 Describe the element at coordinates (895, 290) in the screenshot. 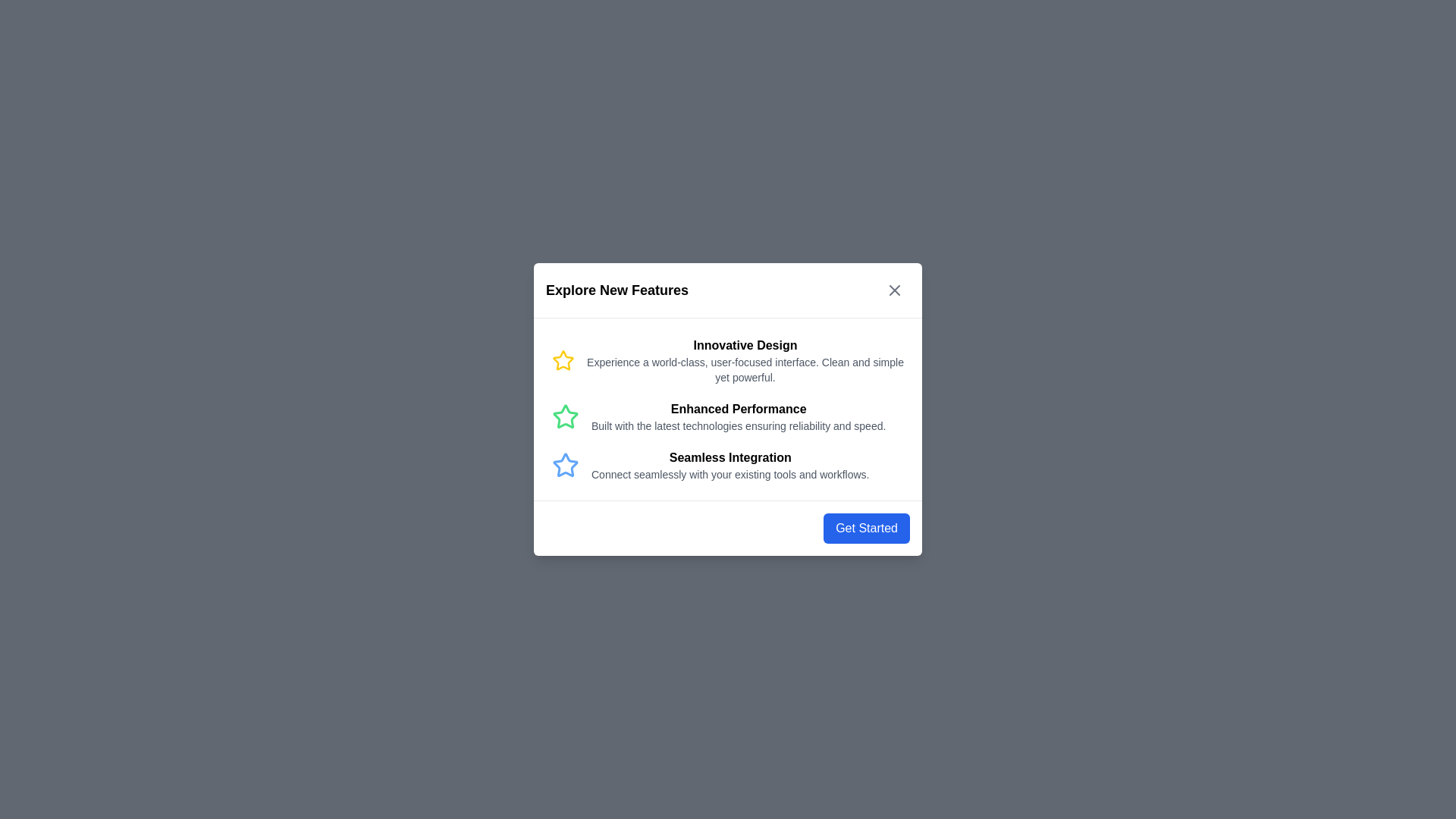

I see `the close button with an 'X' icon located in the top-right corner of the 'Explore New Features' panel` at that location.